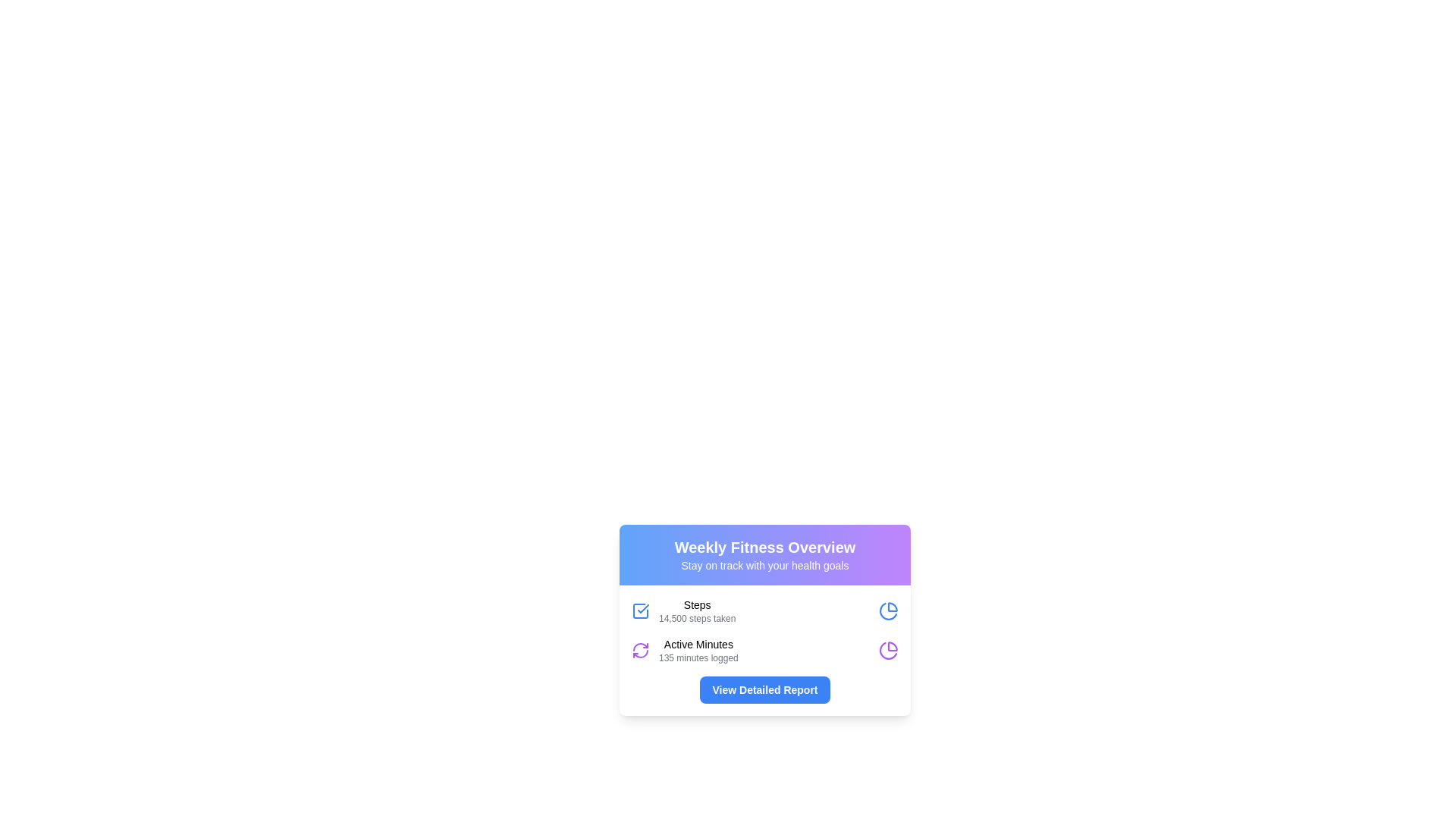  What do you see at coordinates (698, 657) in the screenshot?
I see `the text label displaying '135 minutes logged', which is styled in a small gray font and located beneath the 'Active Minutes' label in the fitness metrics summary card` at bounding box center [698, 657].